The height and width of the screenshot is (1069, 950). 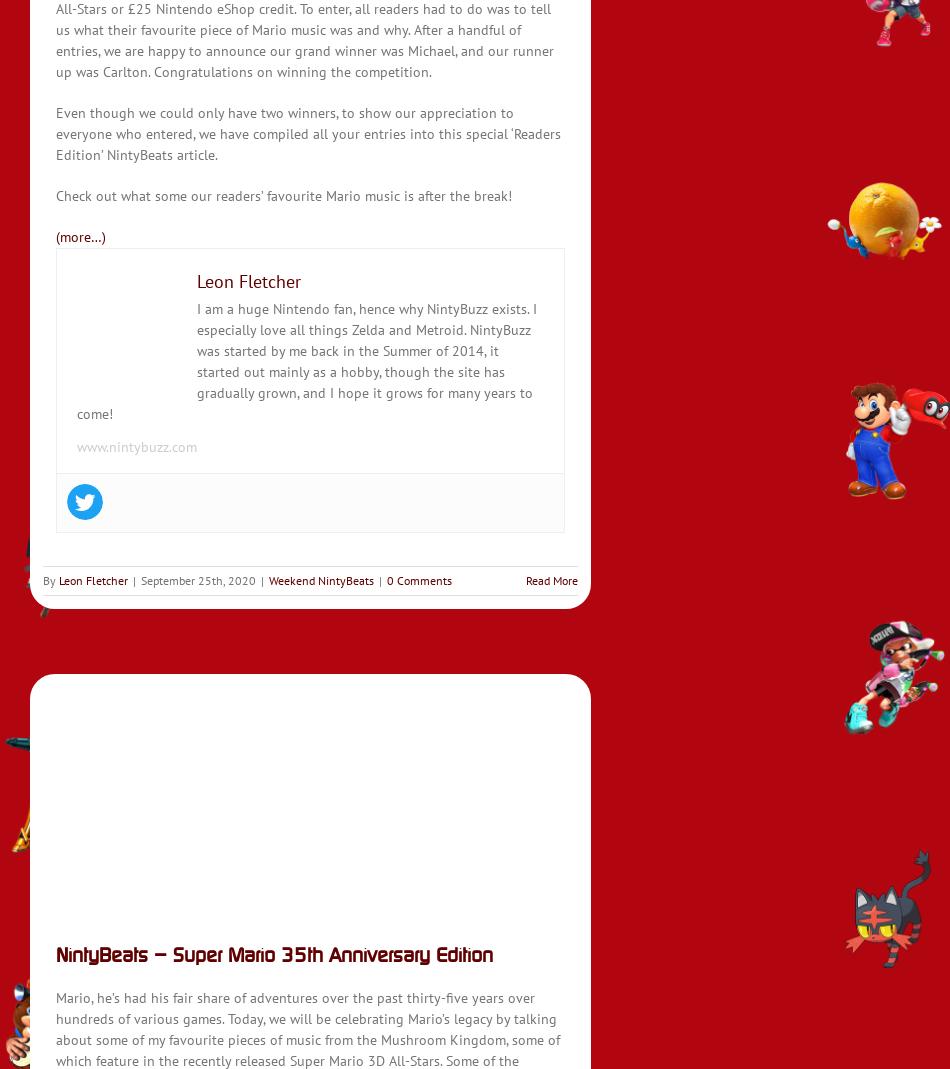 What do you see at coordinates (81, 235) in the screenshot?
I see `'(more…)'` at bounding box center [81, 235].